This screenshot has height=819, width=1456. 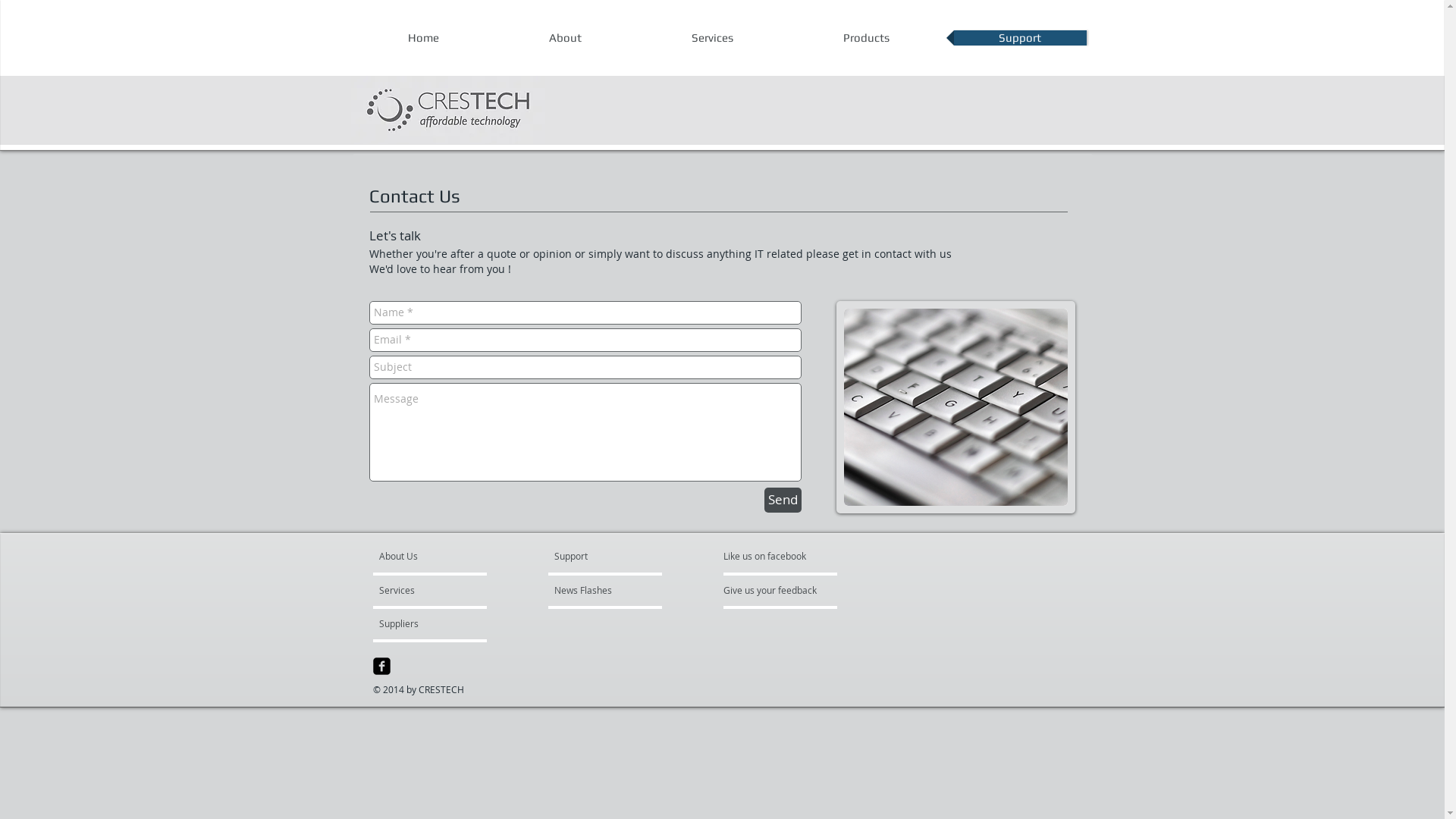 What do you see at coordinates (638, 37) in the screenshot?
I see `'Services'` at bounding box center [638, 37].